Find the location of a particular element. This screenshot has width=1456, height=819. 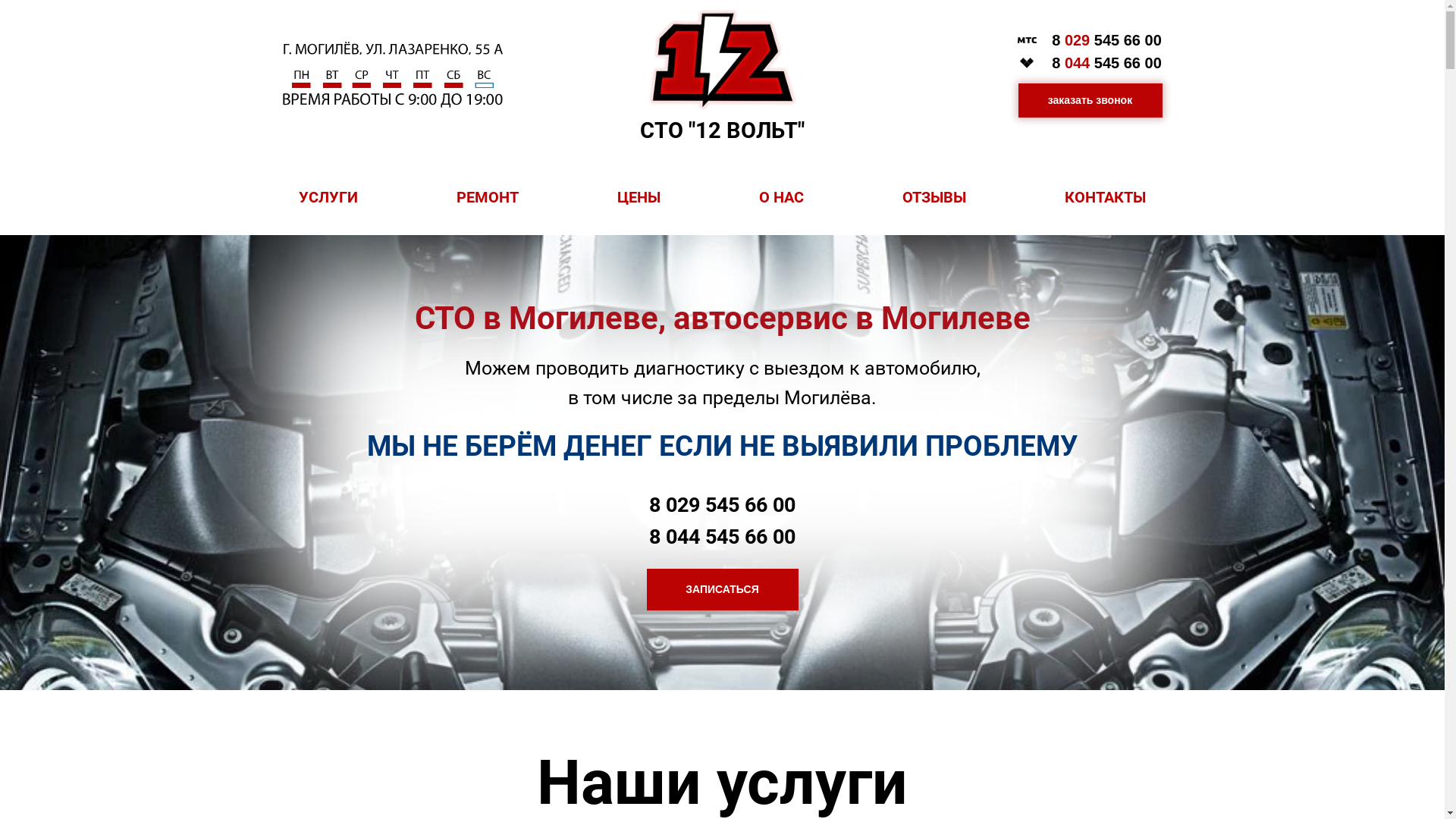

'044' is located at coordinates (1076, 62).